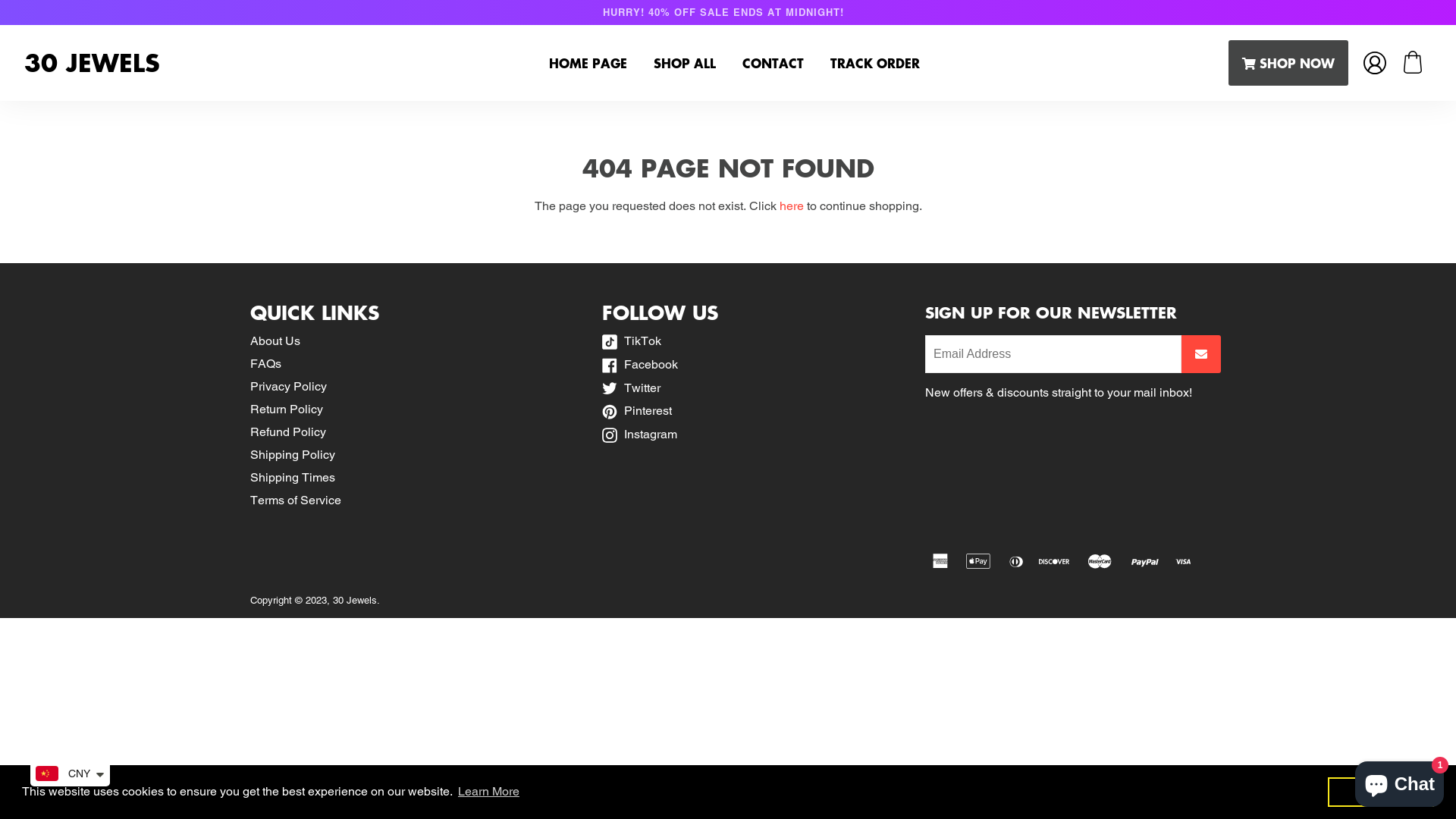 The height and width of the screenshot is (819, 1456). What do you see at coordinates (295, 500) in the screenshot?
I see `'Terms of Service'` at bounding box center [295, 500].